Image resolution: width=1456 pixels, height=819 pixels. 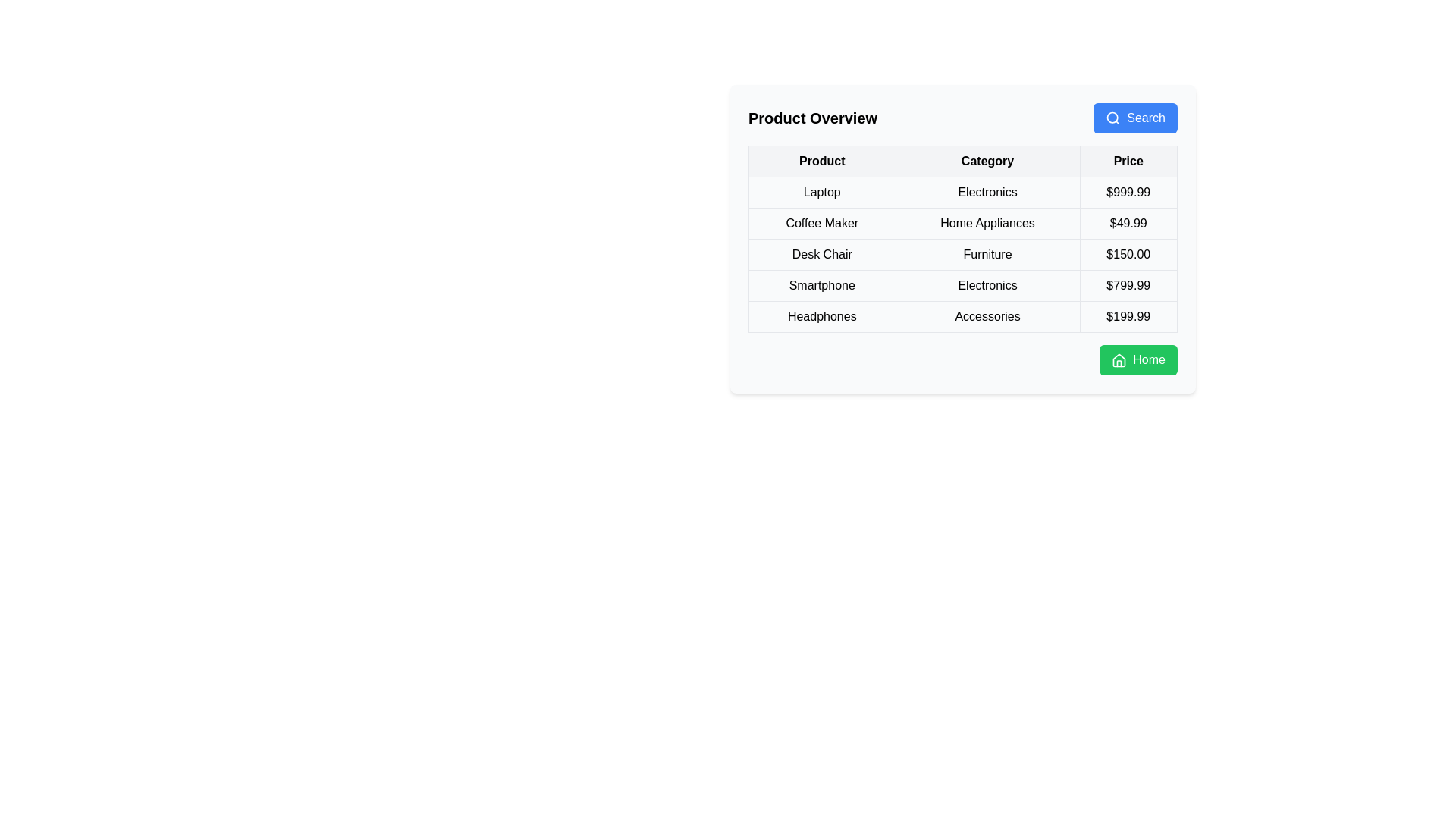 I want to click on the text within the last table row displaying 'Headphones', 'Accessories', and '$199.99', so click(x=962, y=315).